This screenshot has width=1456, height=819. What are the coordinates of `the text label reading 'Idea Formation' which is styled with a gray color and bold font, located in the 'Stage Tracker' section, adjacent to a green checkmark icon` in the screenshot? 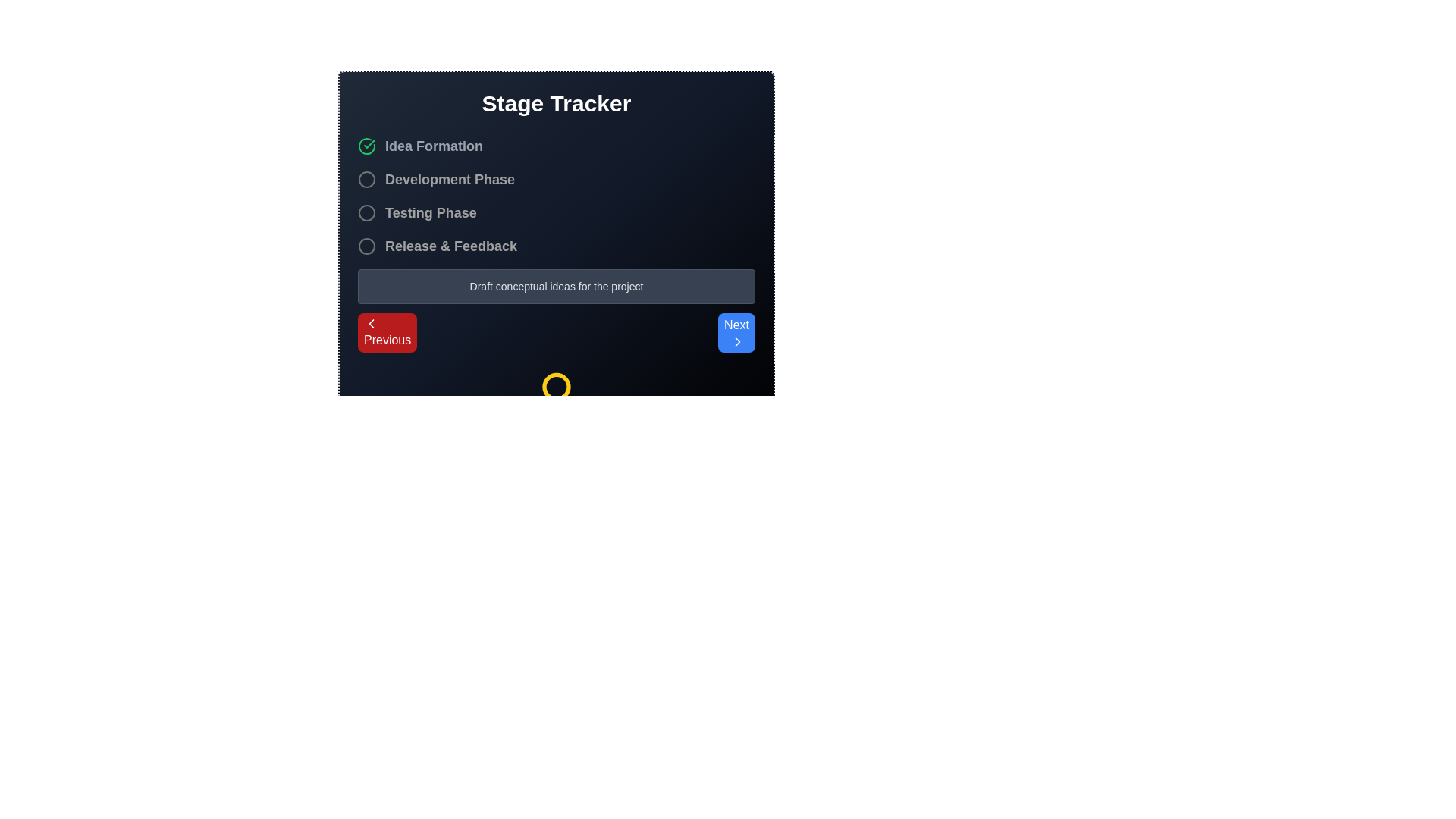 It's located at (433, 146).